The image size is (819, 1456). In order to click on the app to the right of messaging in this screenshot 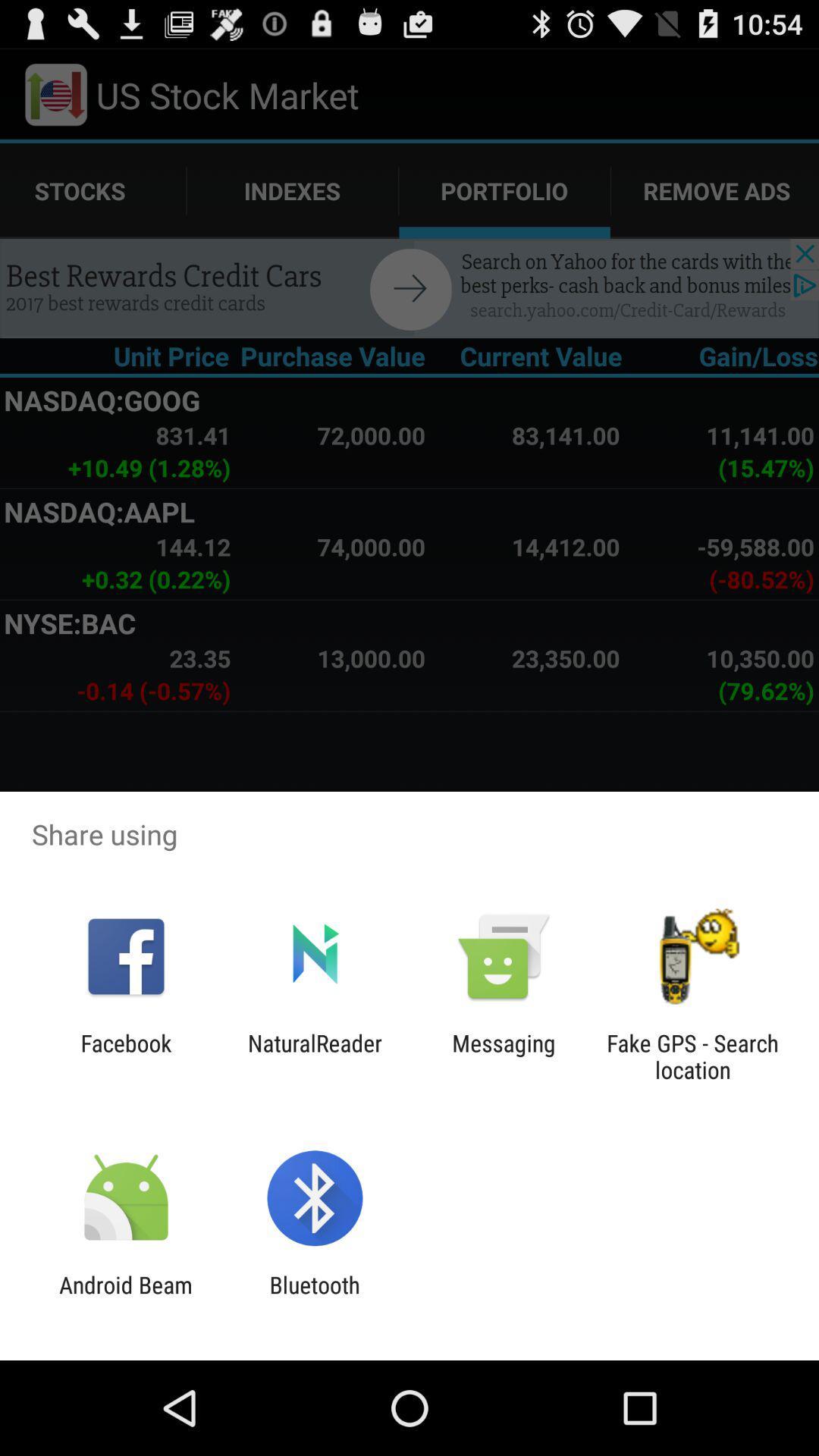, I will do `click(692, 1056)`.